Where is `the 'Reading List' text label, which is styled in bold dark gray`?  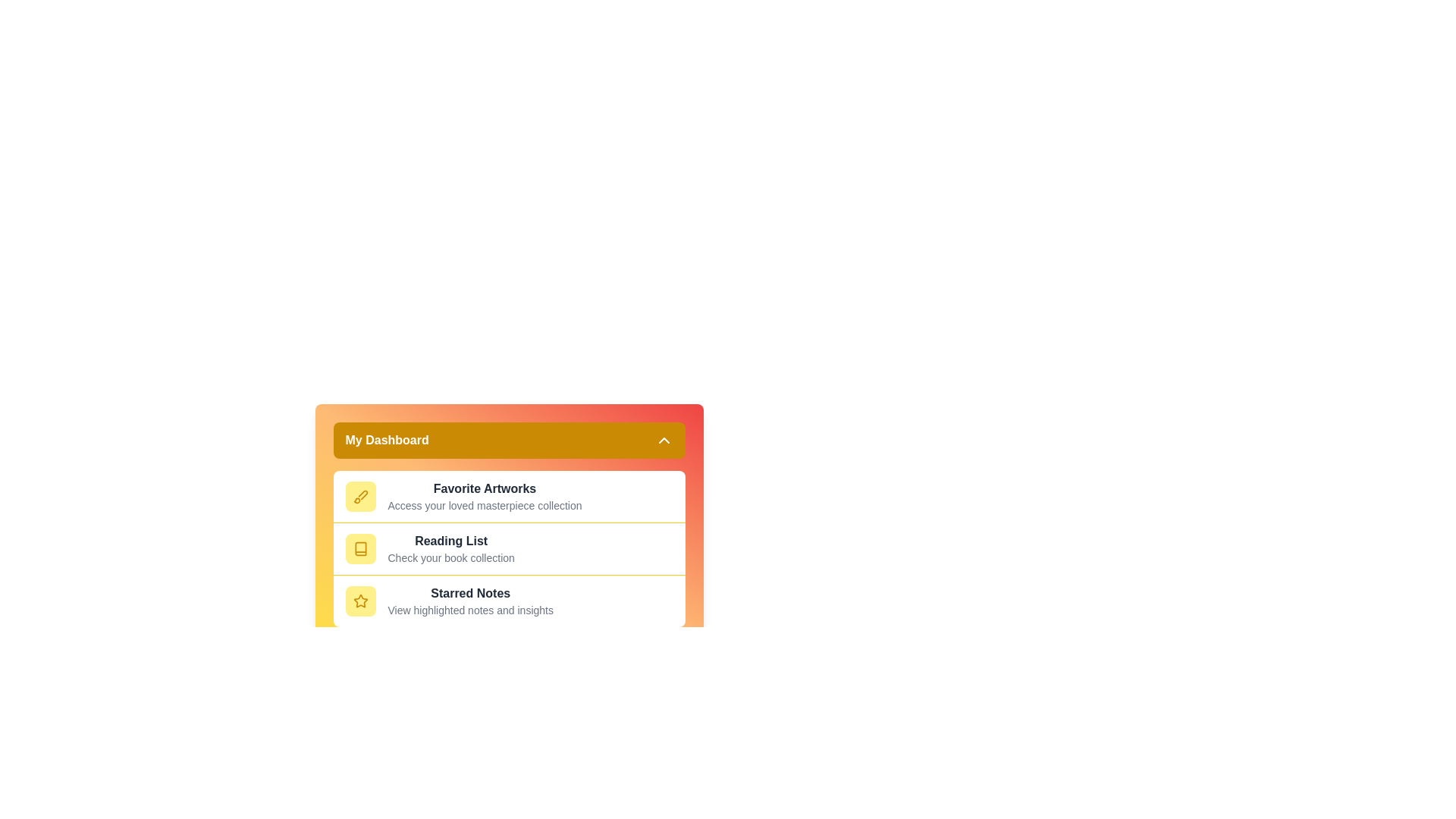 the 'Reading List' text label, which is styled in bold dark gray is located at coordinates (450, 540).